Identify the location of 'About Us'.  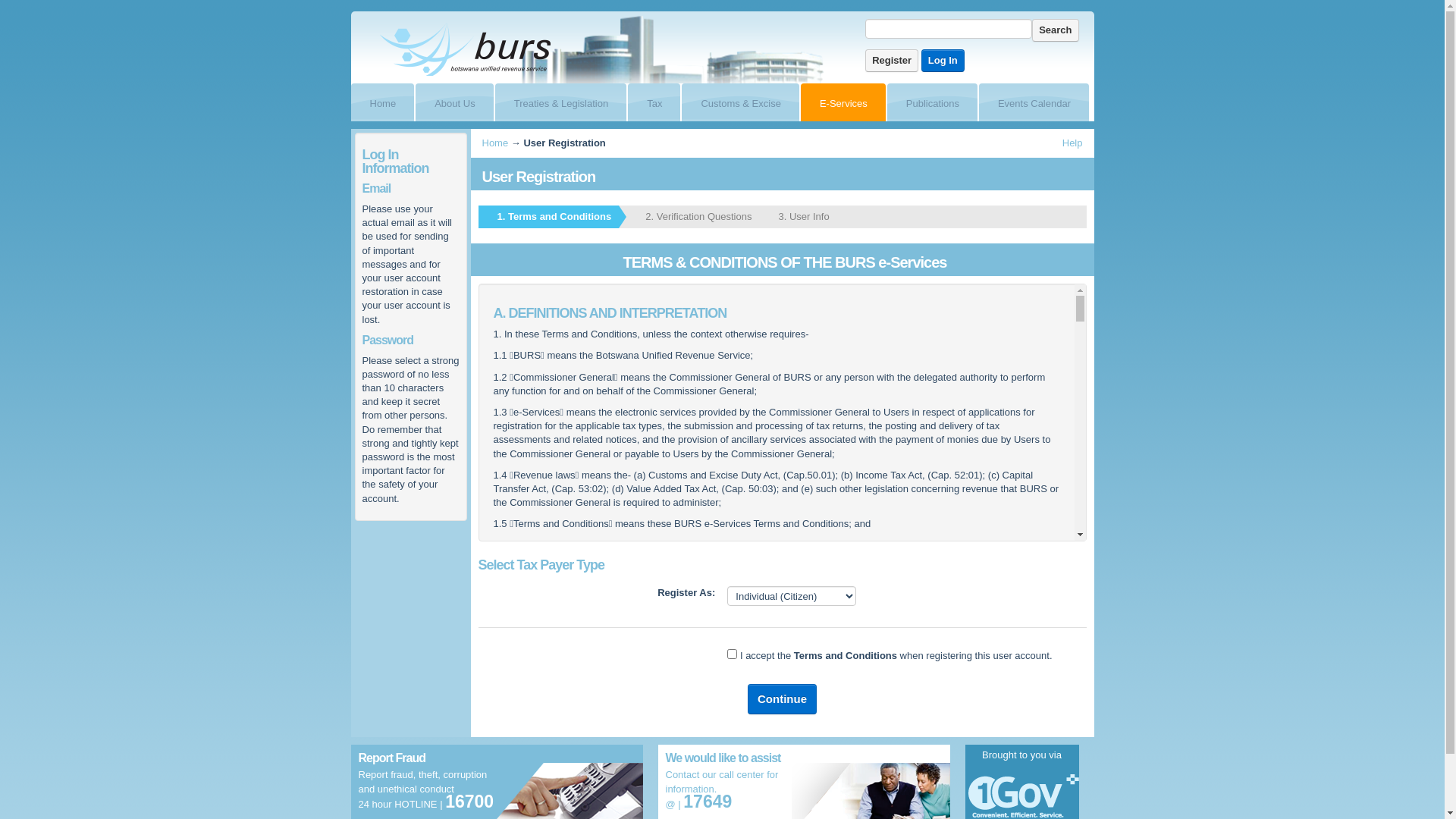
(446, 102).